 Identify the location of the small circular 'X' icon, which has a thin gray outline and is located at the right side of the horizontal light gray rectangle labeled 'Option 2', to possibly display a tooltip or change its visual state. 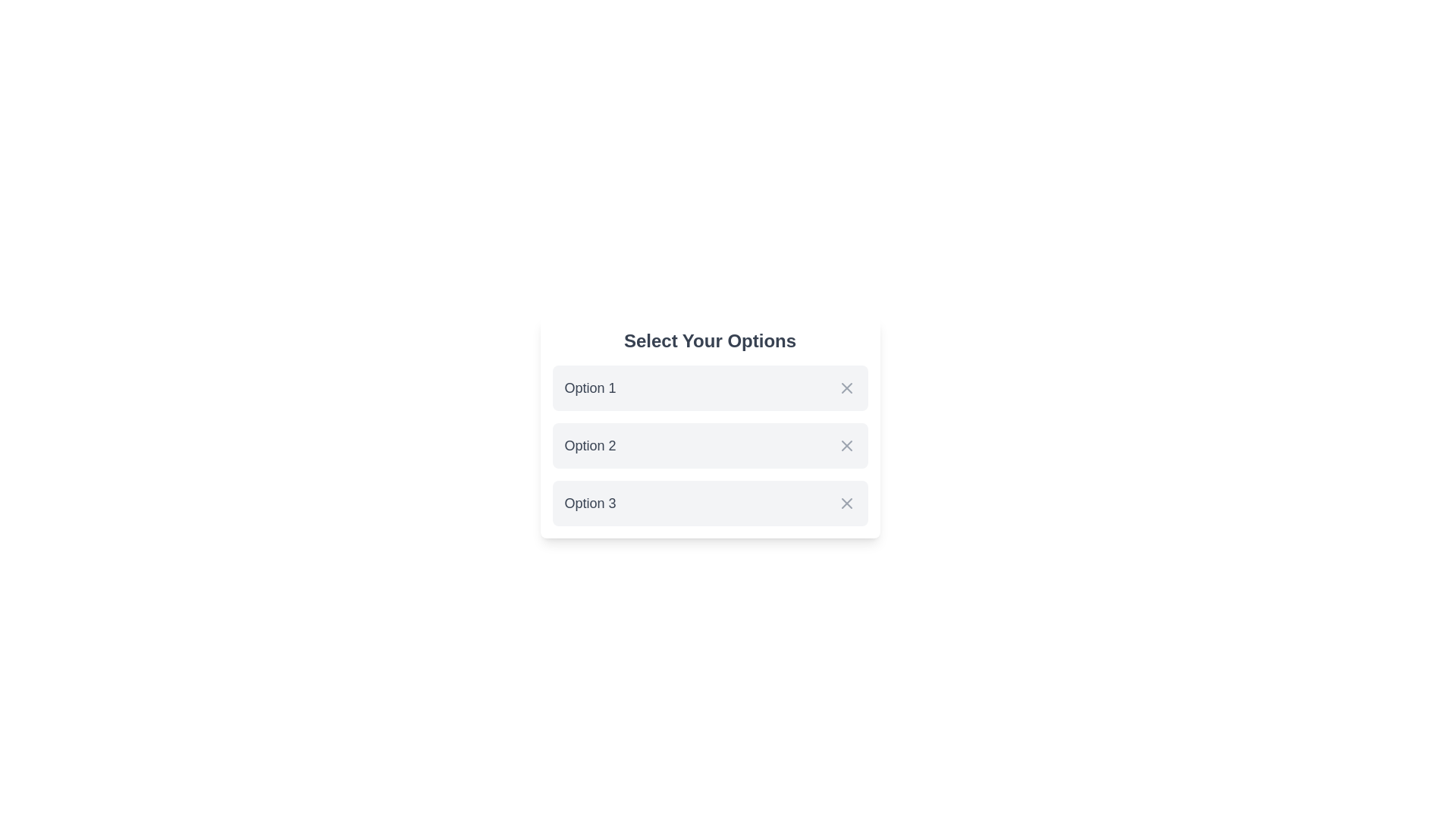
(846, 444).